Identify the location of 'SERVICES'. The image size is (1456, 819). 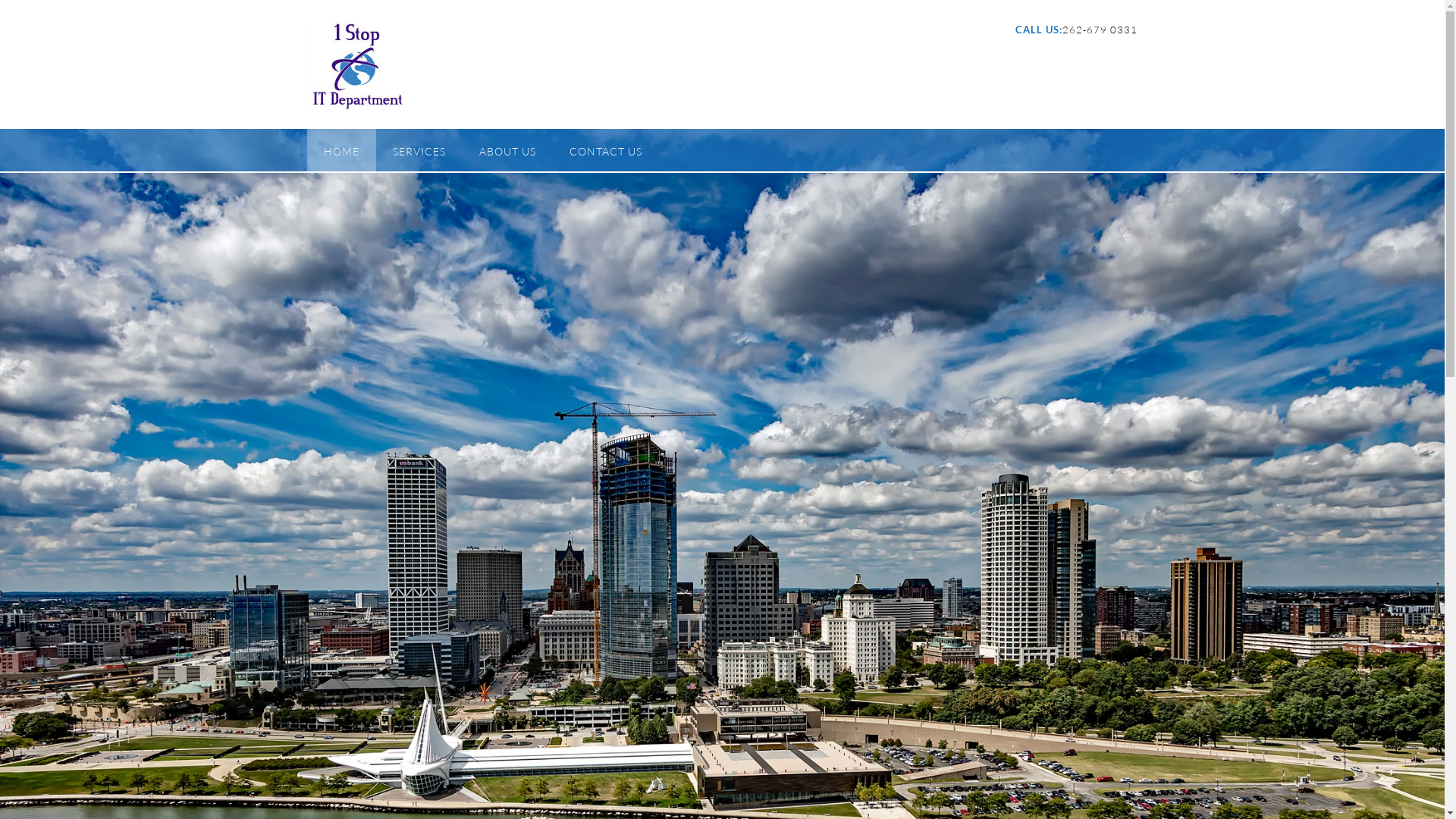
(419, 149).